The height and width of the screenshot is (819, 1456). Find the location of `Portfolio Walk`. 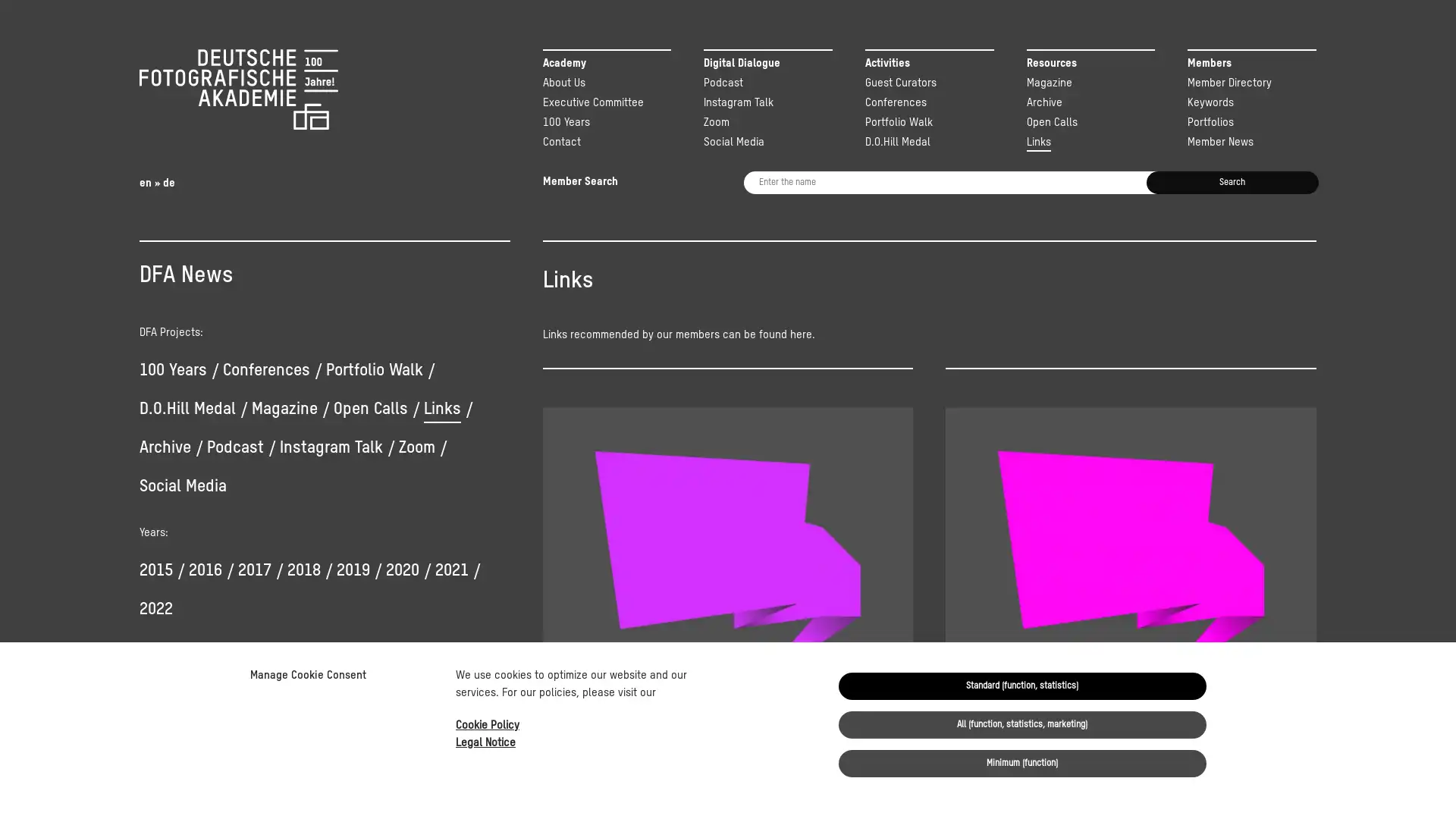

Portfolio Walk is located at coordinates (375, 371).